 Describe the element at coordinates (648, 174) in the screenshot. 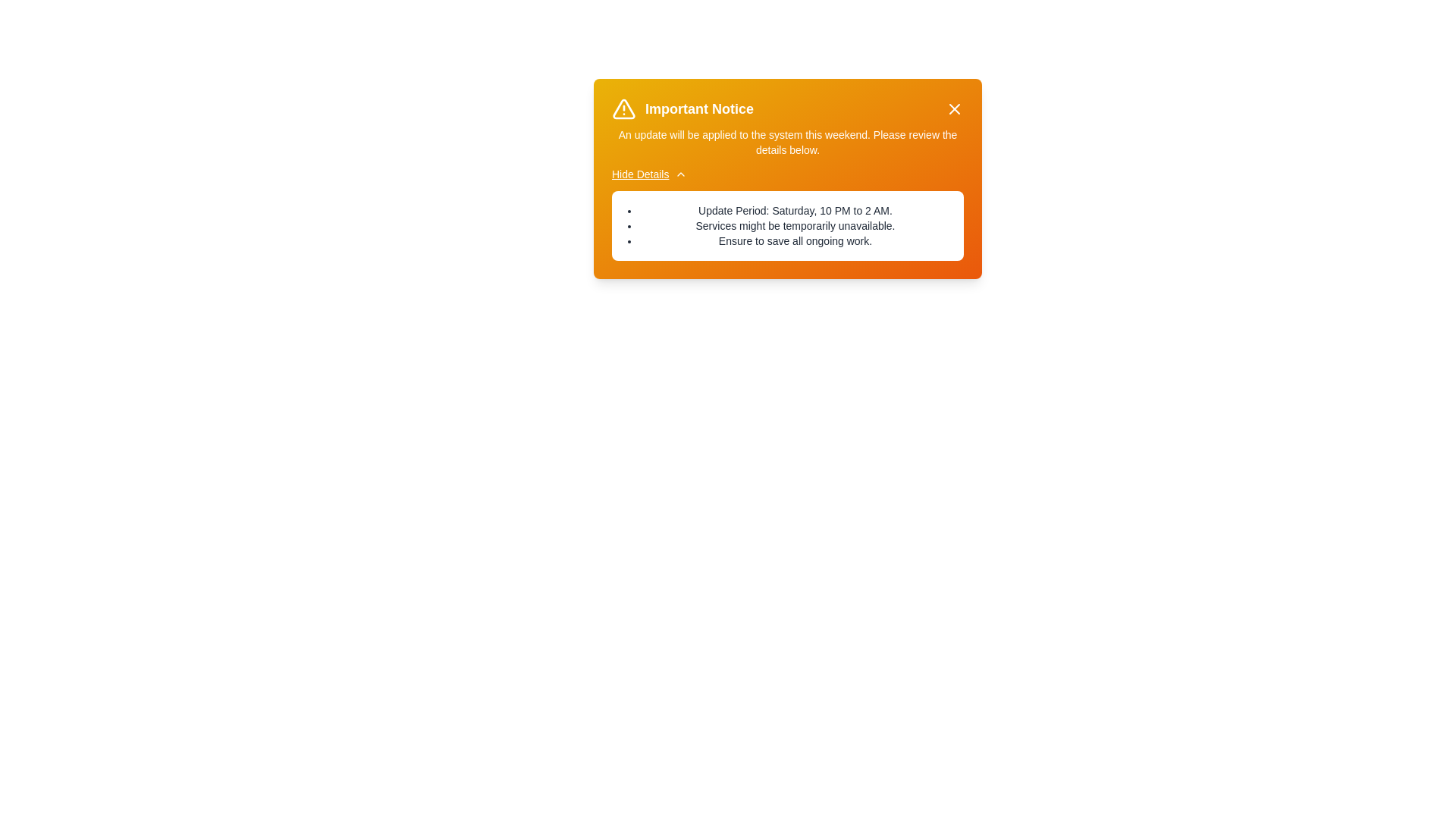

I see `the 'Hide Details' button to toggle the visibility of the details section` at that location.